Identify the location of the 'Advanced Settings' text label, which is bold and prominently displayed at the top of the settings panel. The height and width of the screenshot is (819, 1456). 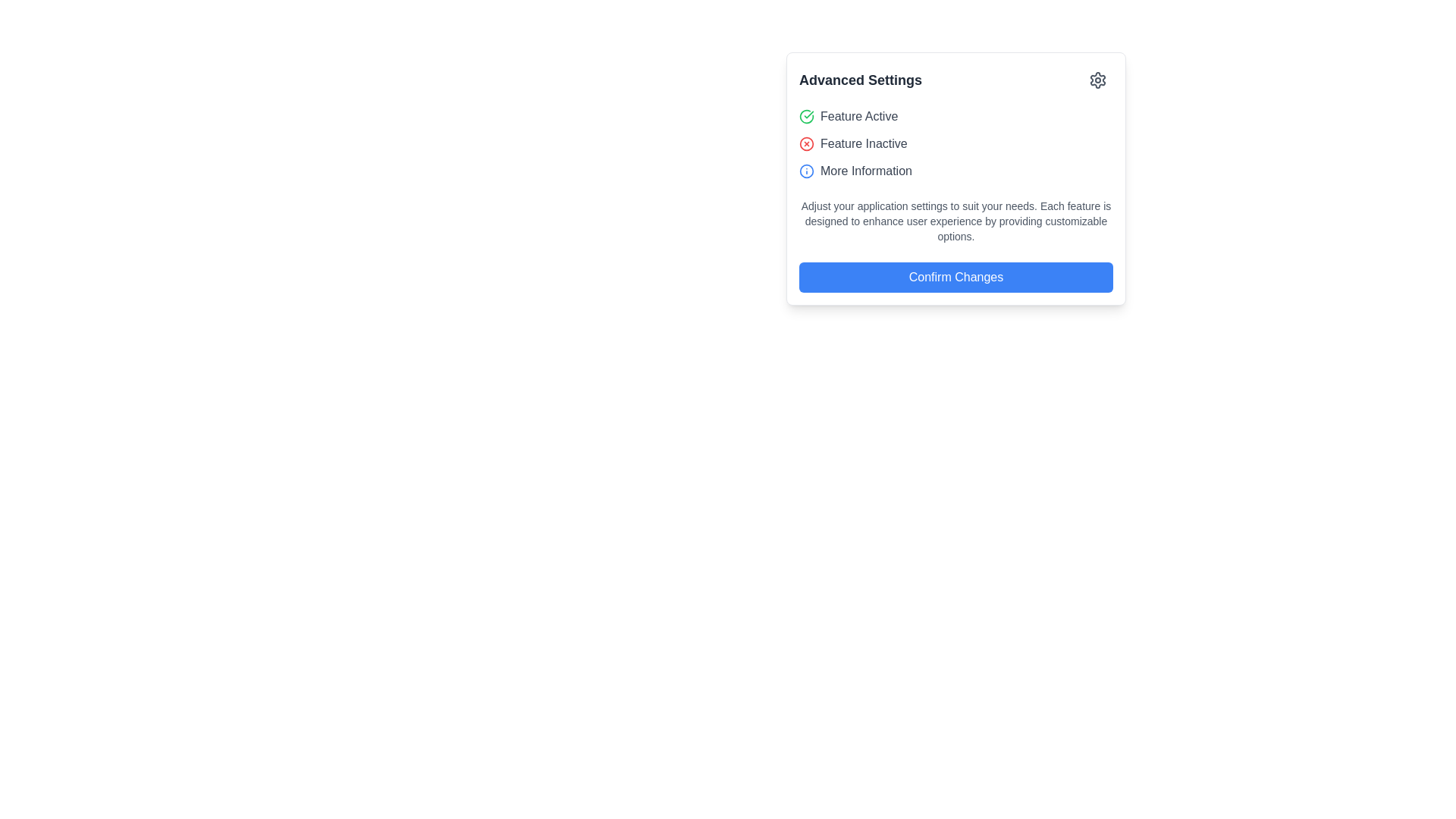
(861, 80).